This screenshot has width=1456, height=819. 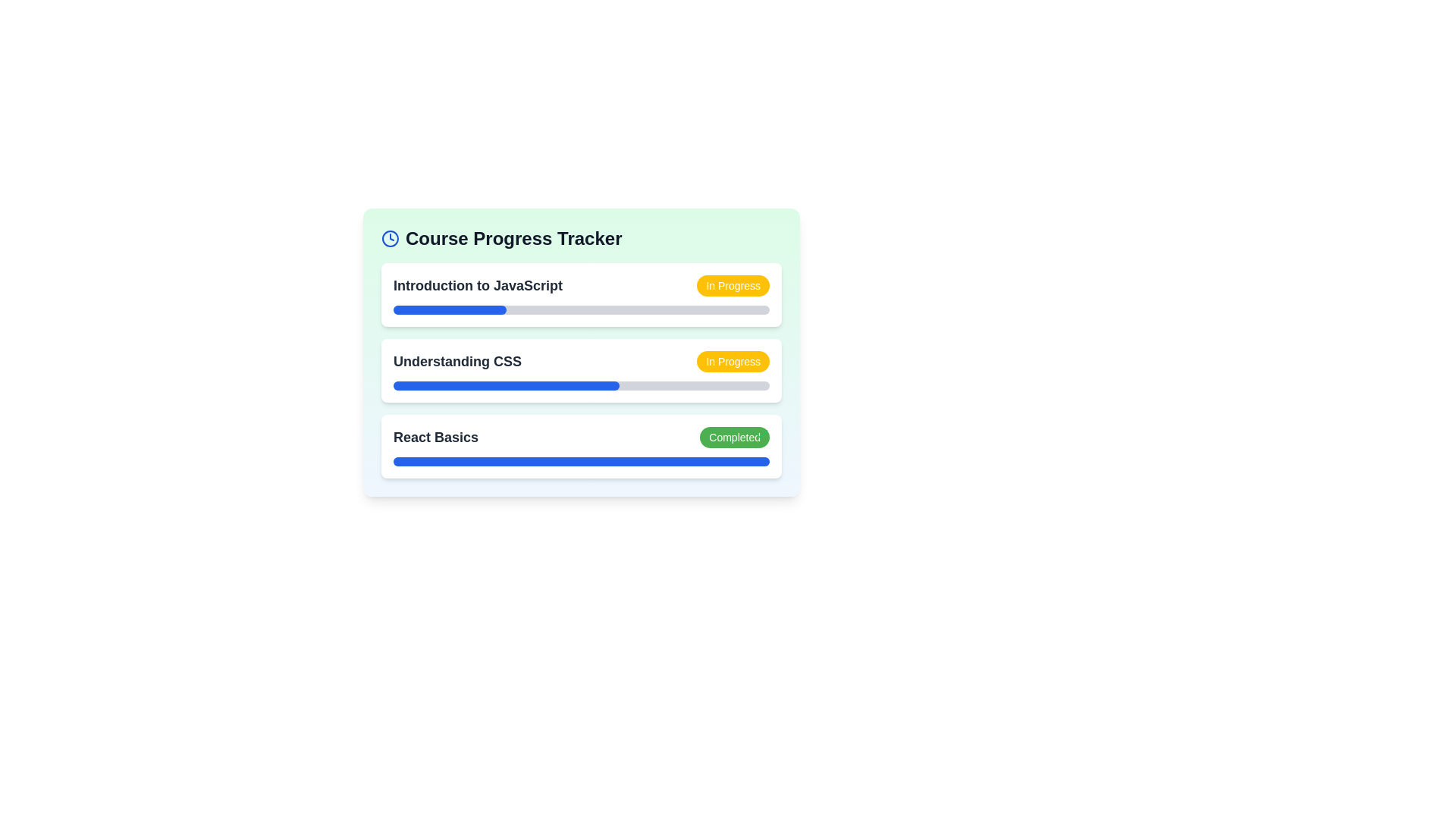 I want to click on the status indicated by the Status Indicator located to the right of the text 'Understanding CSS' in the second row of the 'Course Progress Tracker' section, so click(x=733, y=362).